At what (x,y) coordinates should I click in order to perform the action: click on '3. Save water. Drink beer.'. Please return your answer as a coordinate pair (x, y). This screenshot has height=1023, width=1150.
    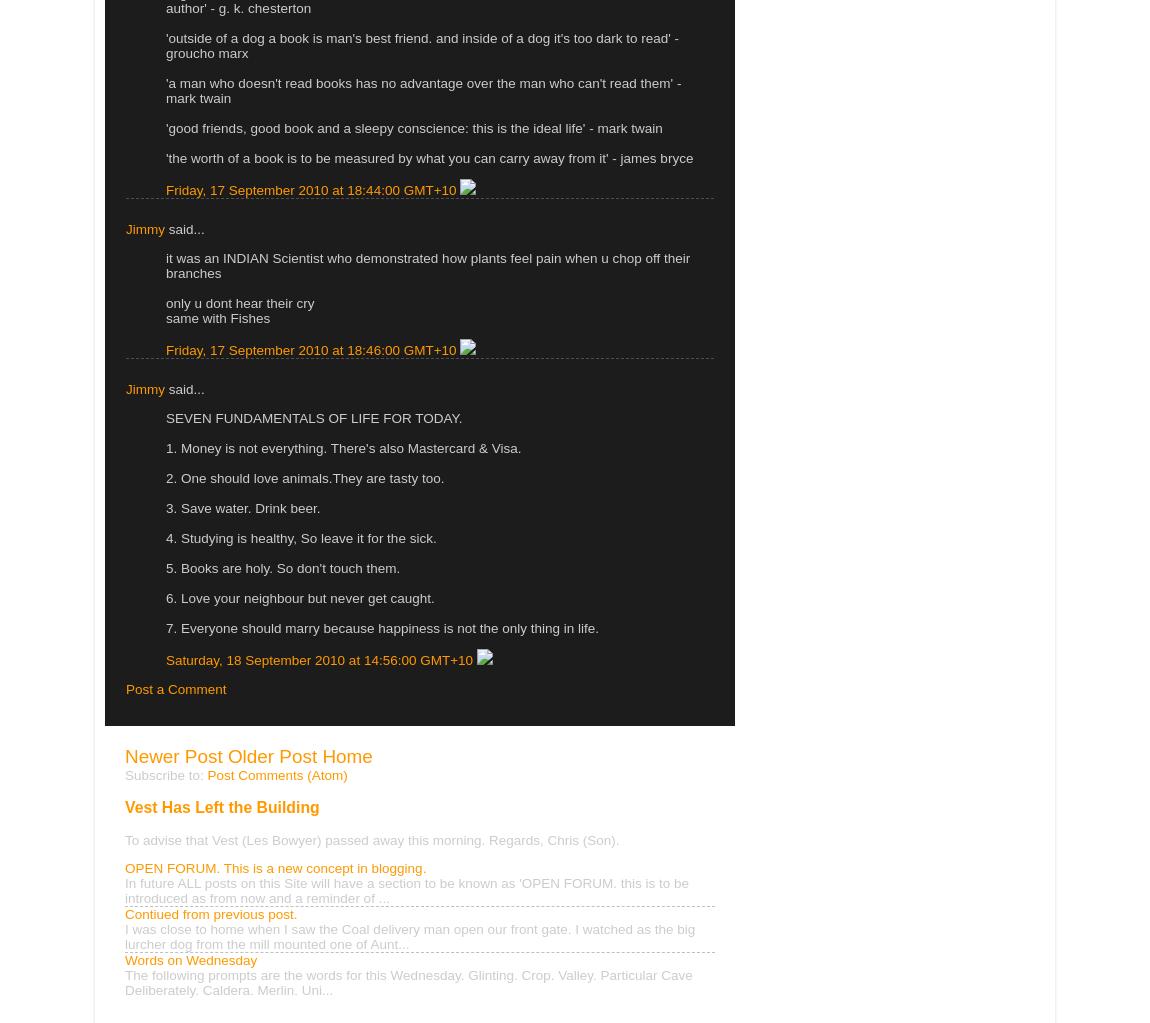
    Looking at the image, I should click on (164, 507).